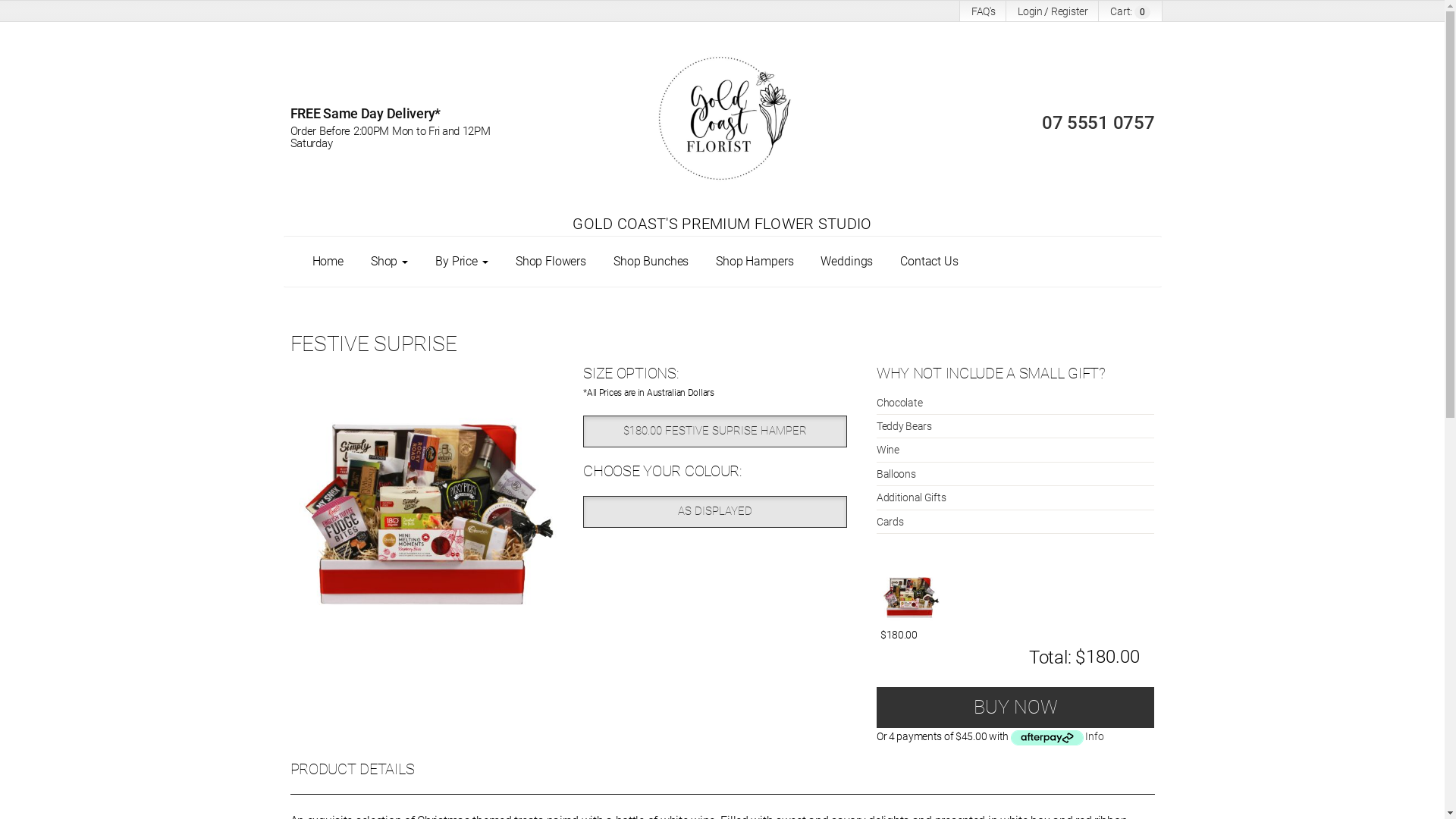 This screenshot has width=1456, height=819. I want to click on 'Login', so click(1030, 11).